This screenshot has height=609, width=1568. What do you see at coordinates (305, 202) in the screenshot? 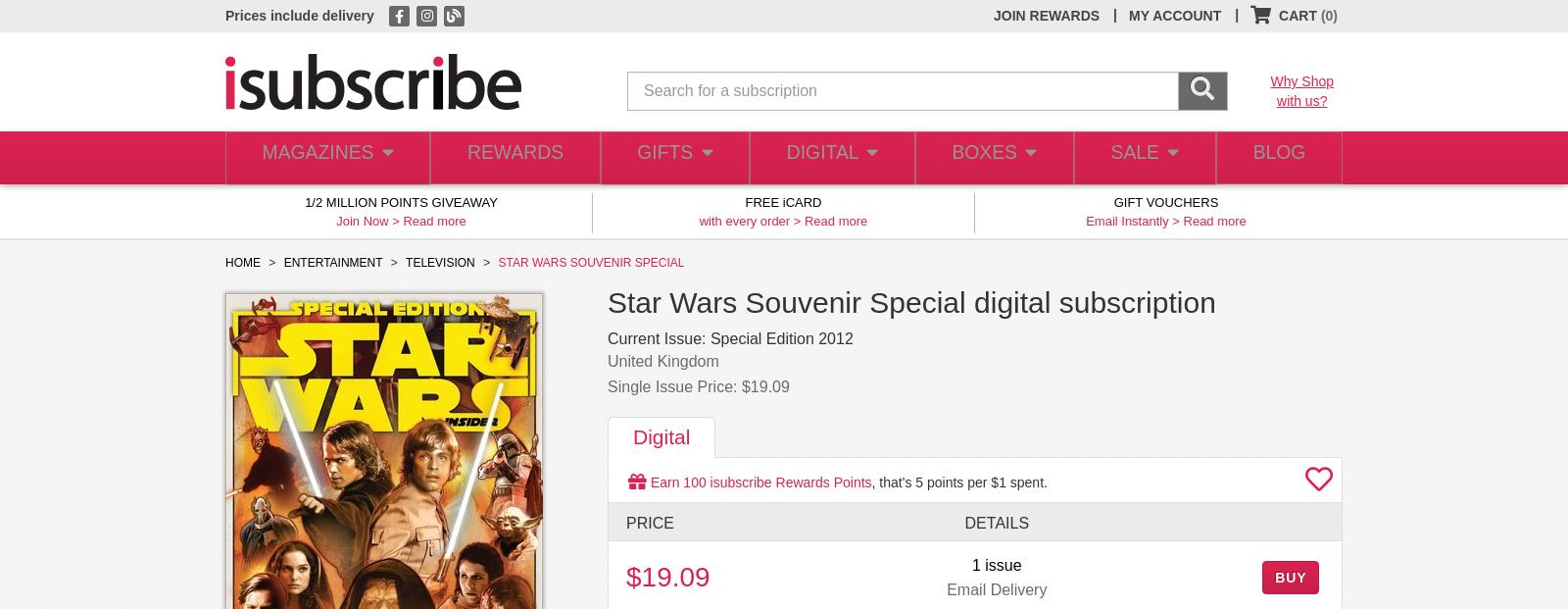
I see `'1/2 MILLION POINTS GIVEAWAY'` at bounding box center [305, 202].